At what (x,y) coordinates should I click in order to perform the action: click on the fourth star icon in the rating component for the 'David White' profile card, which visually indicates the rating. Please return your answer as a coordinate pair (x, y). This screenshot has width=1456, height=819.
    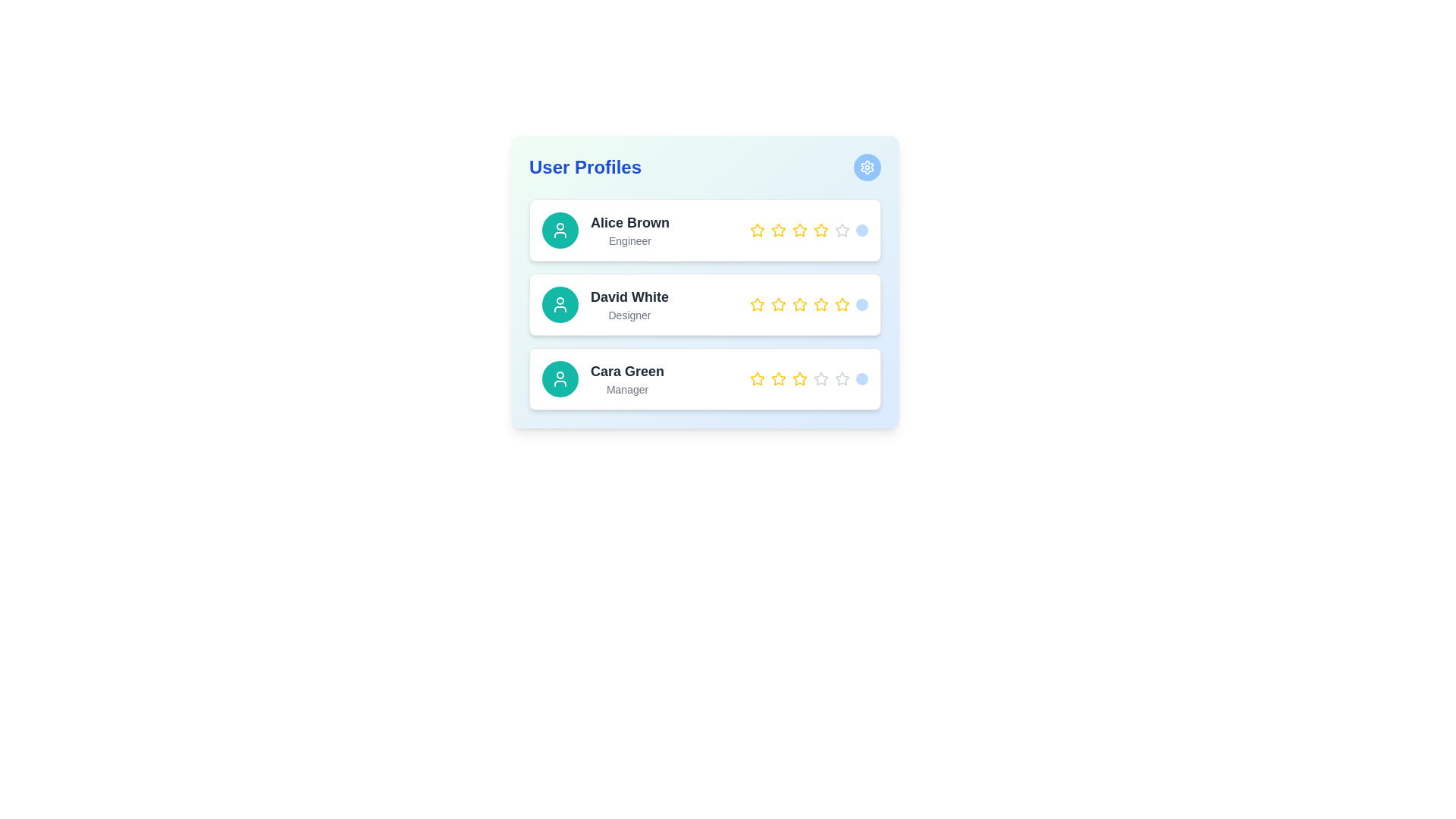
    Looking at the image, I should click on (841, 304).